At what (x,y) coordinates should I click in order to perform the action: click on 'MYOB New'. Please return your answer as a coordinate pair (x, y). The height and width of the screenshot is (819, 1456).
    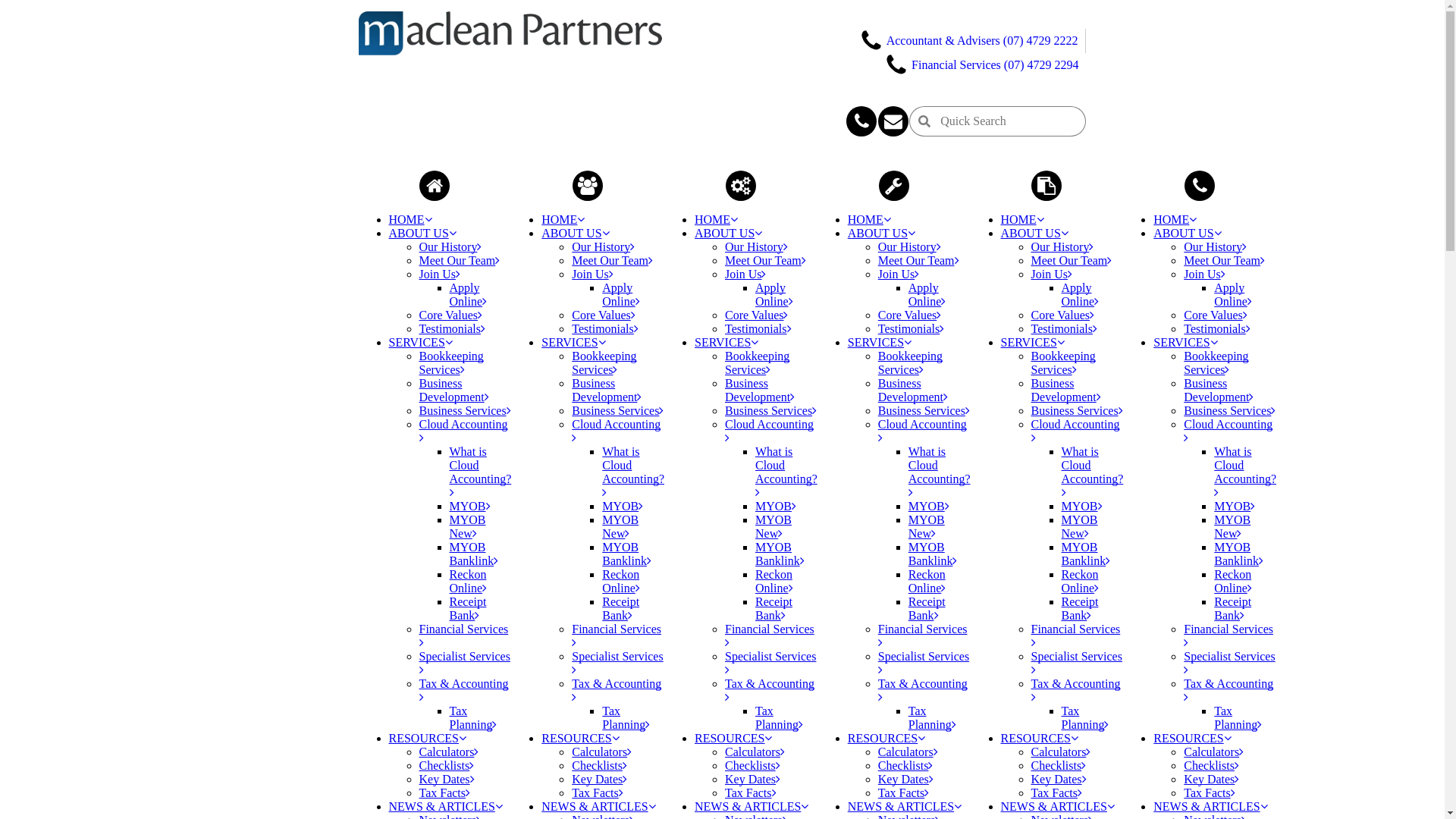
    Looking at the image, I should click on (1232, 526).